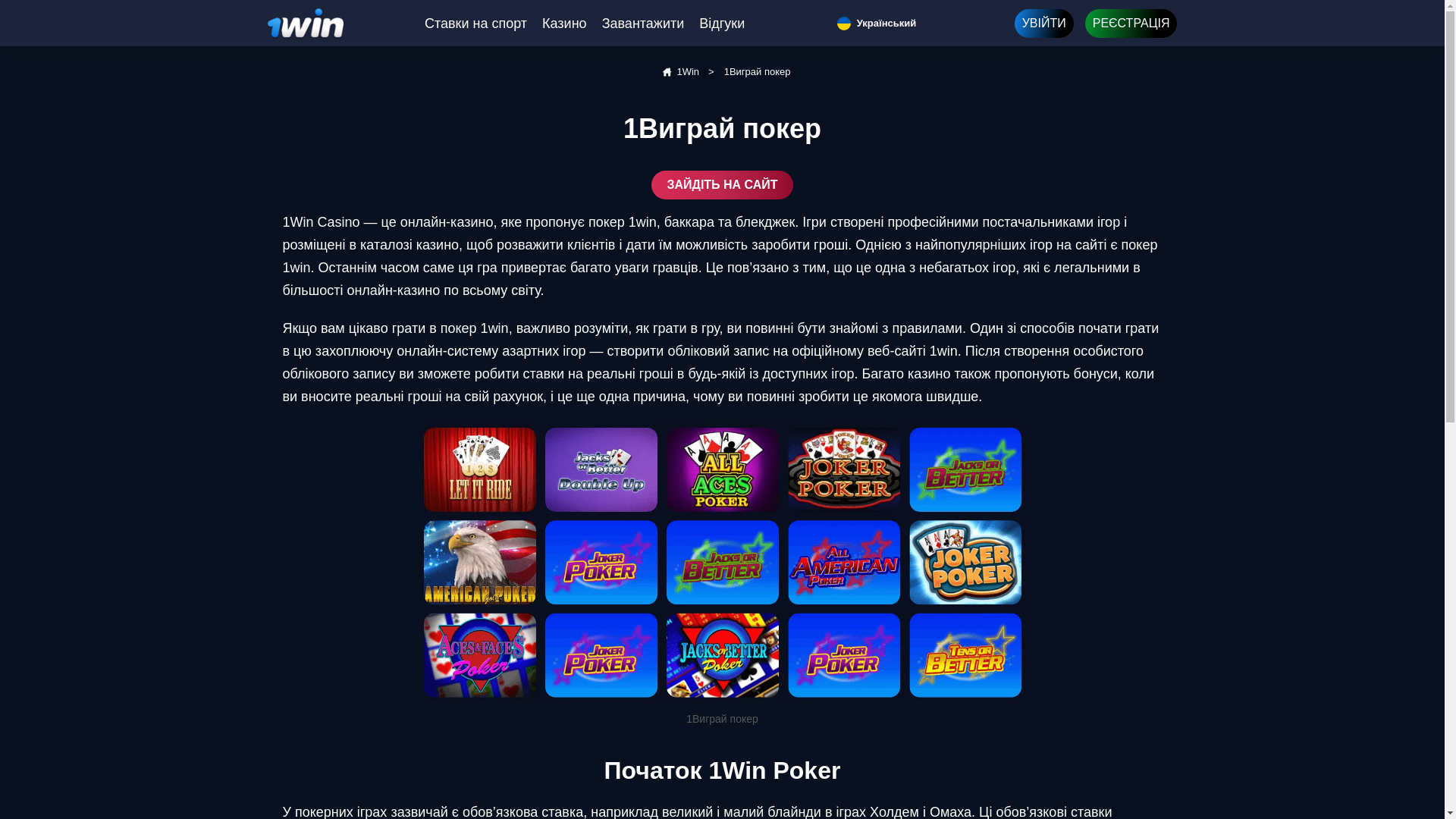 This screenshot has height=819, width=1456. Describe the element at coordinates (678, 72) in the screenshot. I see `'1Win'` at that location.